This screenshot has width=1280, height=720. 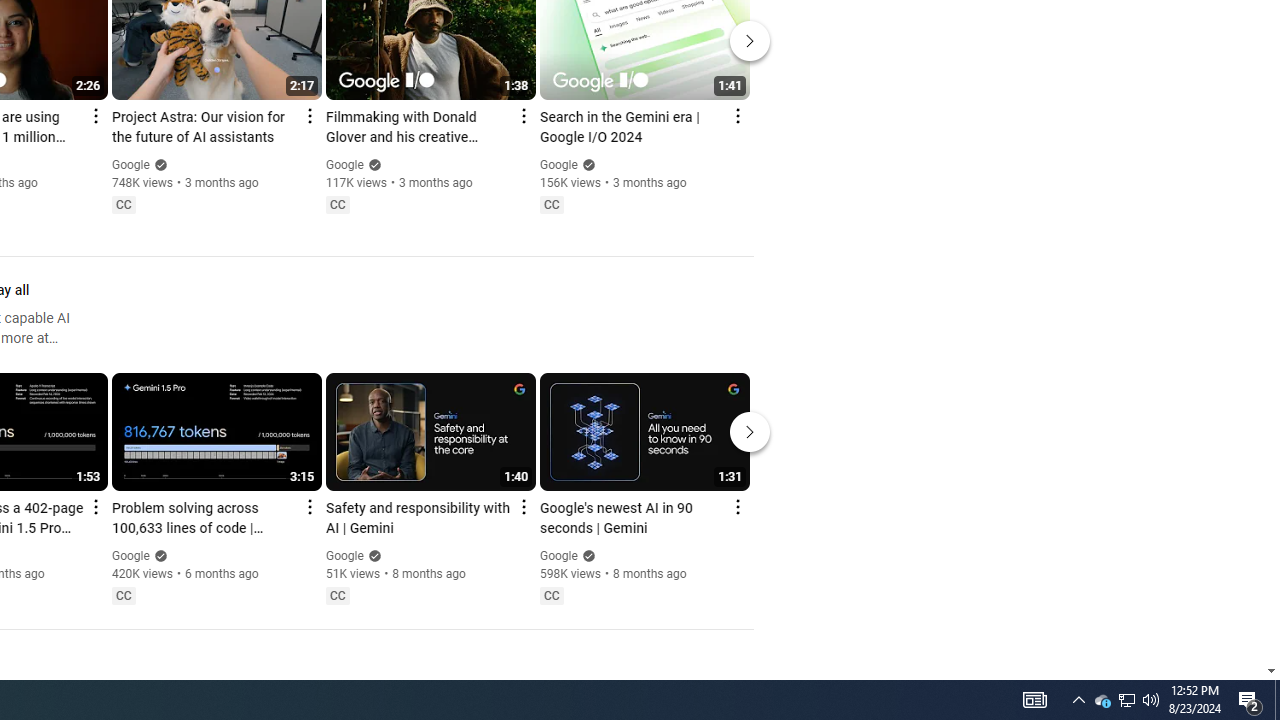 What do you see at coordinates (736, 505) in the screenshot?
I see `'Action menu'` at bounding box center [736, 505].